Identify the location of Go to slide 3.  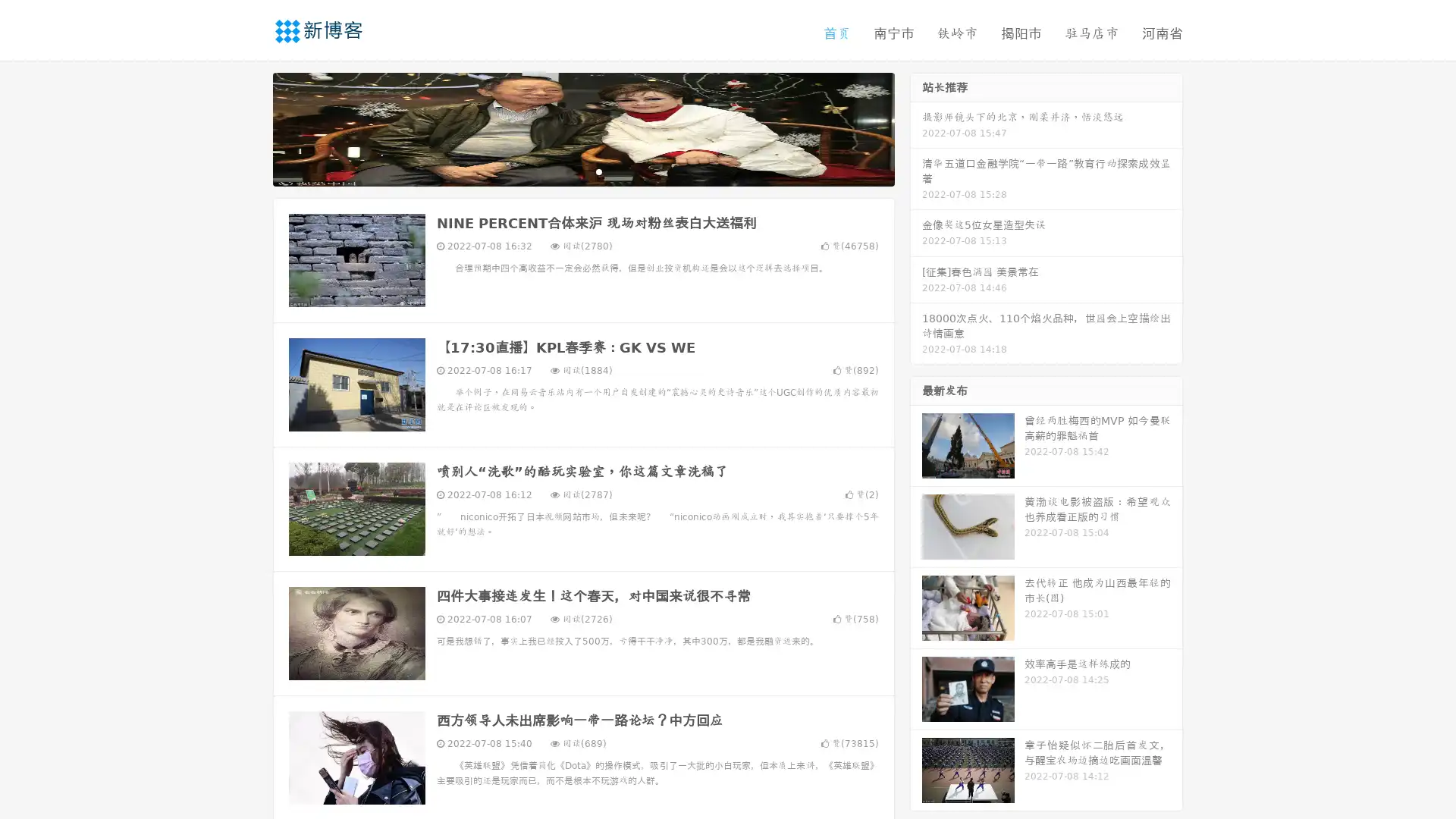
(598, 171).